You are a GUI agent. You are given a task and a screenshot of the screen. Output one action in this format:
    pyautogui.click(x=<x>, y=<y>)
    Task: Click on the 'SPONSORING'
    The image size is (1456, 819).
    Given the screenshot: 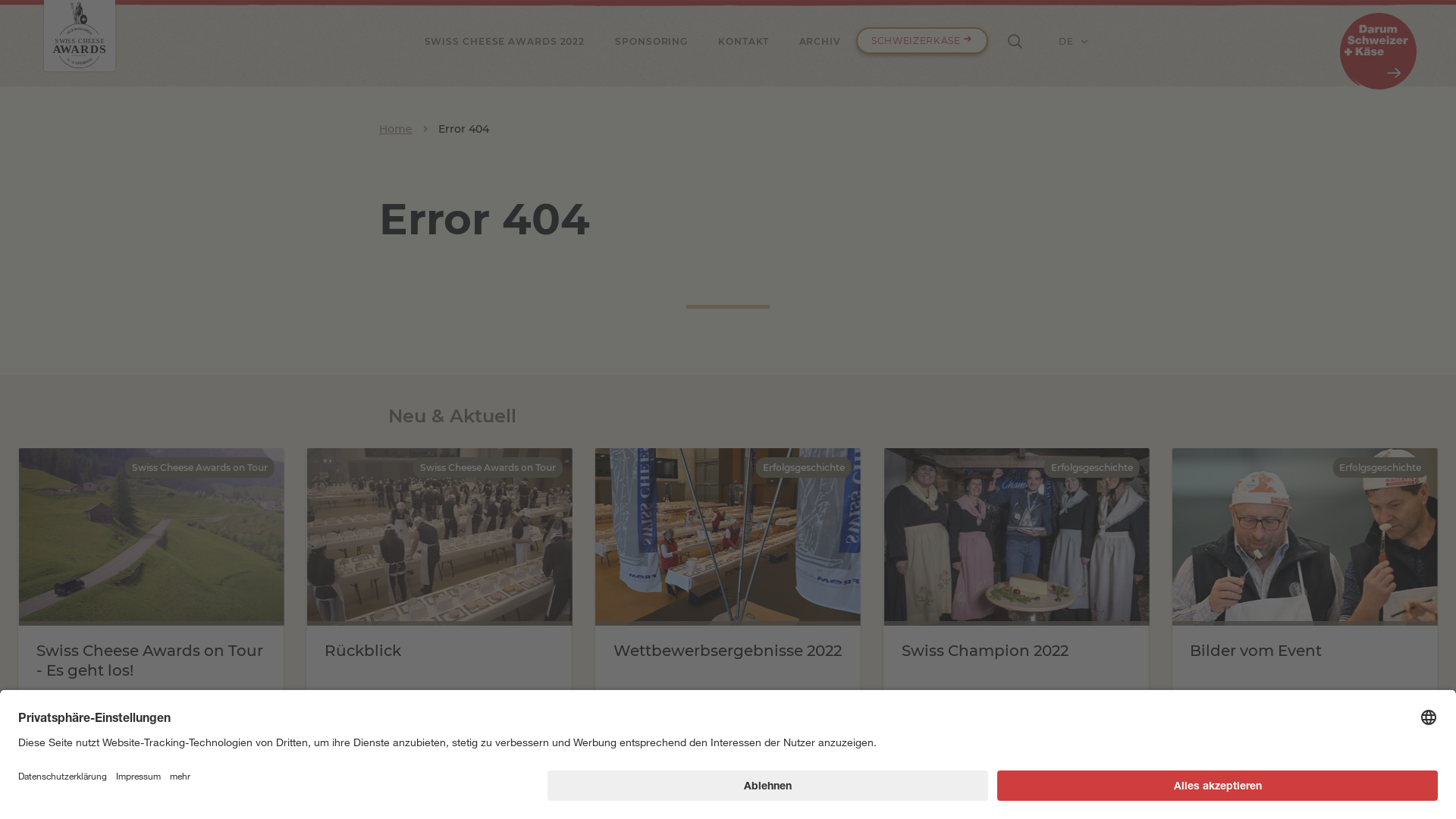 What is the action you would take?
    pyautogui.click(x=607, y=40)
    